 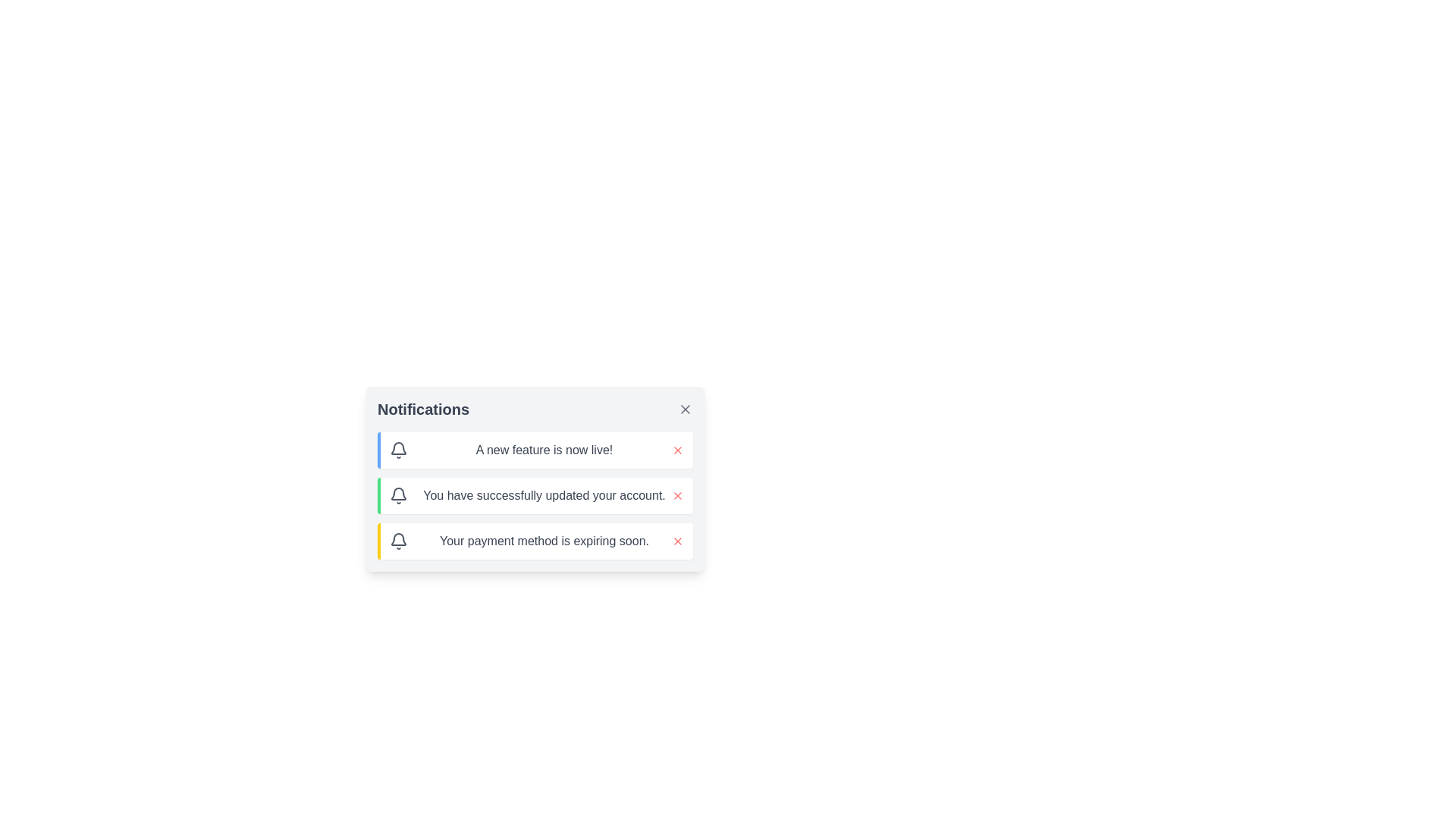 What do you see at coordinates (676, 496) in the screenshot?
I see `the close button of the second notification item in the list to observe a styling change` at bounding box center [676, 496].